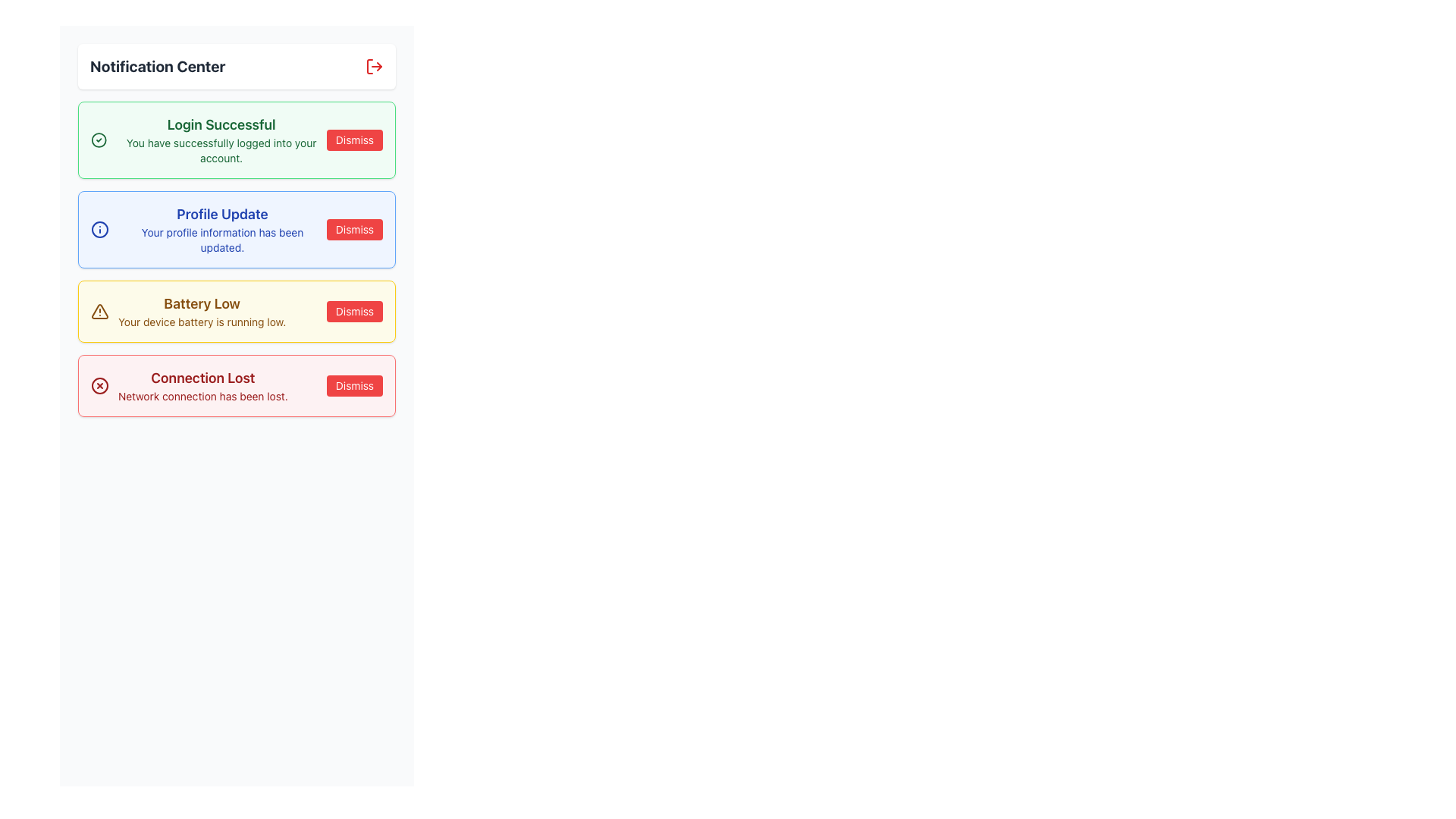 This screenshot has width=1456, height=819. Describe the element at coordinates (202, 396) in the screenshot. I see `the text message 'Network connection has been lost.' in red, located beneath 'Connection Lost' in the last notification card` at that location.